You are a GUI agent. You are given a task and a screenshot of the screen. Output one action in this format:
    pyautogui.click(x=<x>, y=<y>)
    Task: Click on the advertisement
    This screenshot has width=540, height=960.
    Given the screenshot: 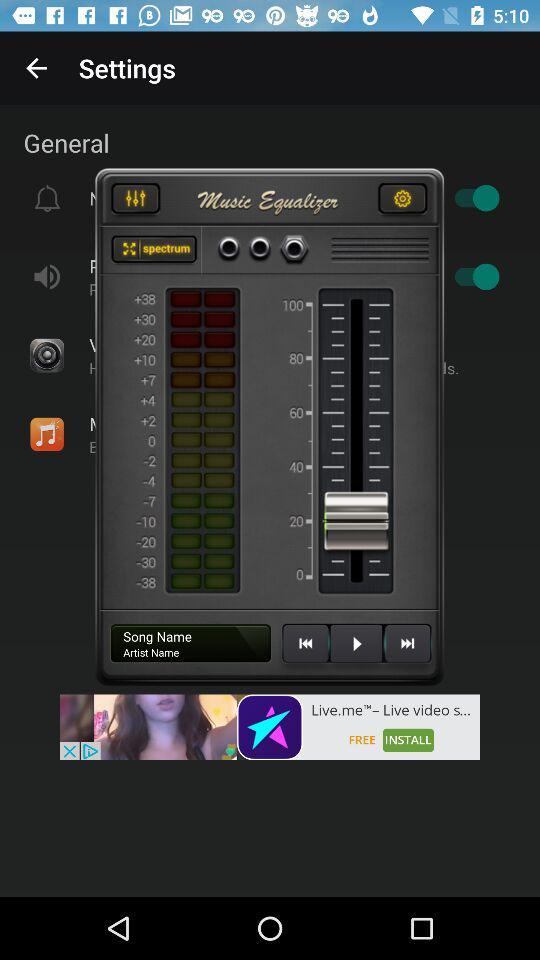 What is the action you would take?
    pyautogui.click(x=270, y=726)
    